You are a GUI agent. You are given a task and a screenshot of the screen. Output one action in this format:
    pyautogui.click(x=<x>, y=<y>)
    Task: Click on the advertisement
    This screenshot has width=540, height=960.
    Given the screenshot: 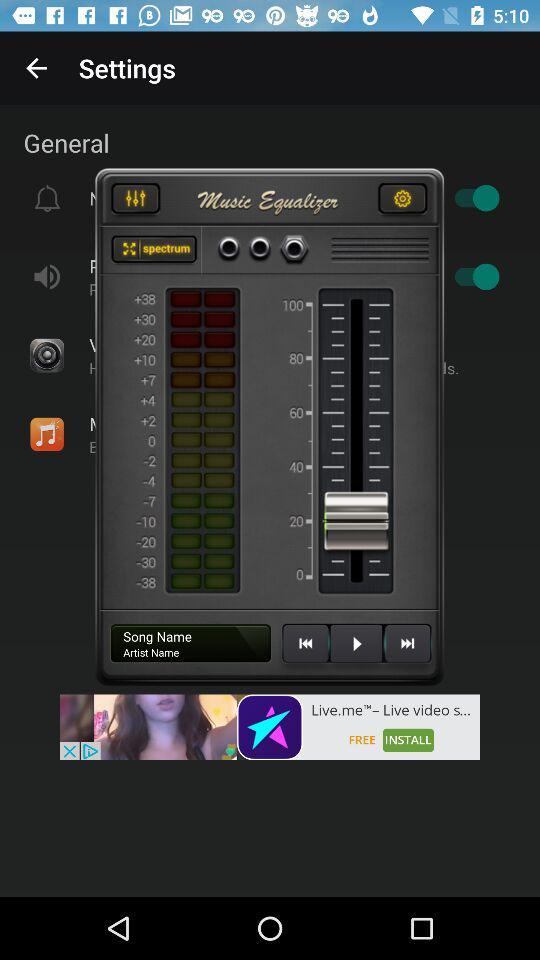 What is the action you would take?
    pyautogui.click(x=270, y=726)
    